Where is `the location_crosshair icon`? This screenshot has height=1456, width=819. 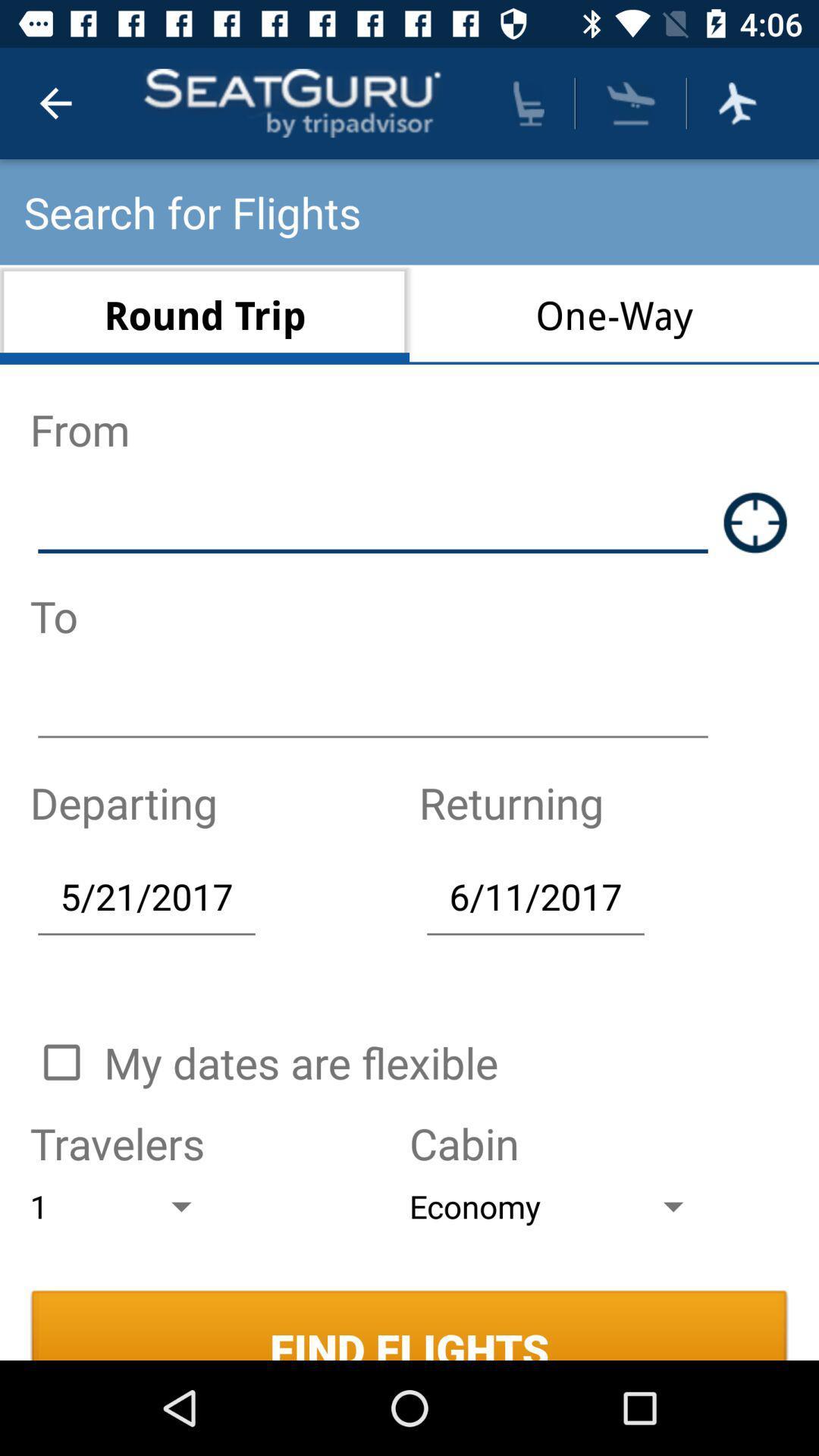 the location_crosshair icon is located at coordinates (755, 522).